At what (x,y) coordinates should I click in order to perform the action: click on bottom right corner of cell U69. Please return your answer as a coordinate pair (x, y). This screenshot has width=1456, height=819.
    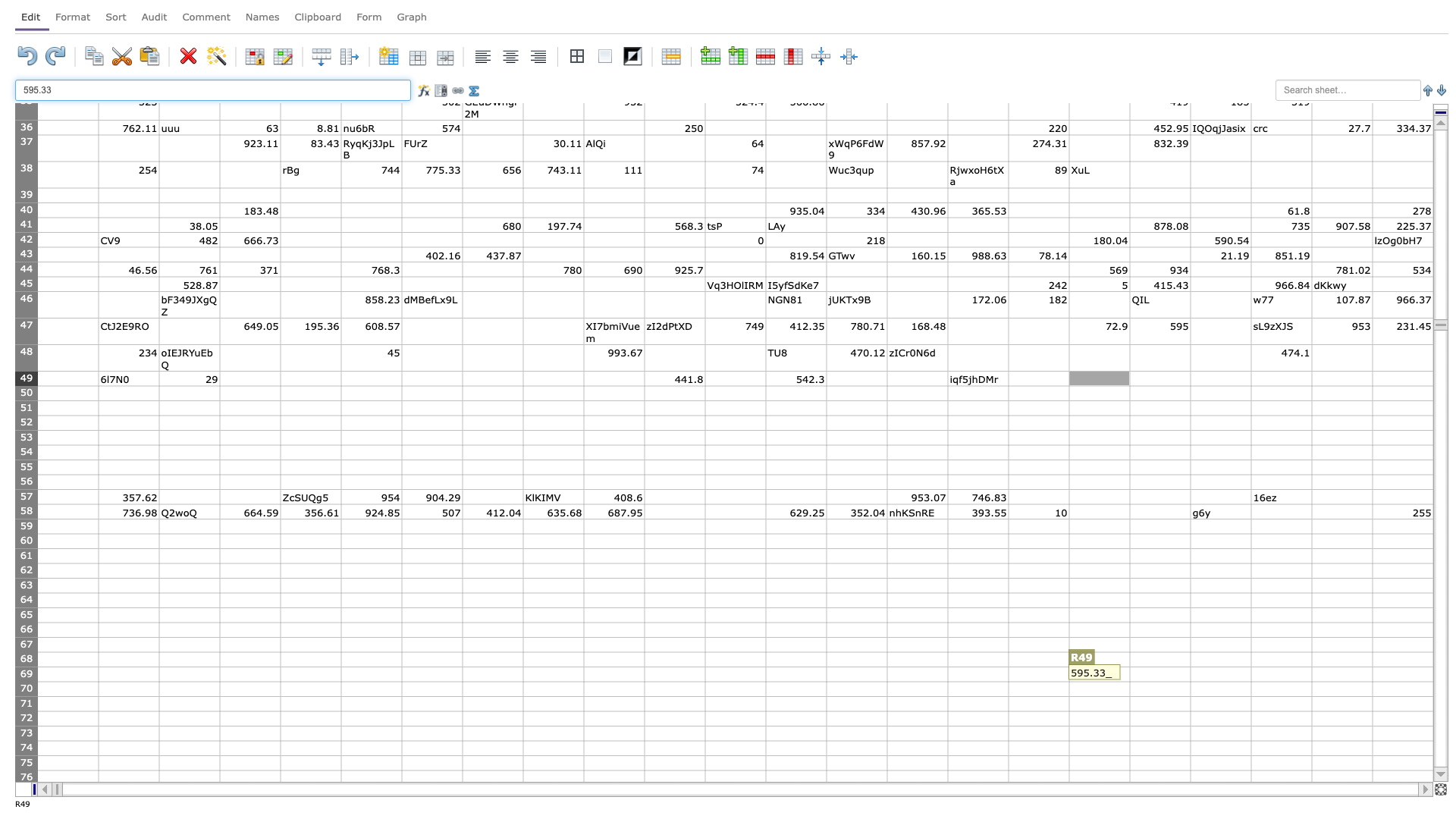
    Looking at the image, I should click on (1310, 680).